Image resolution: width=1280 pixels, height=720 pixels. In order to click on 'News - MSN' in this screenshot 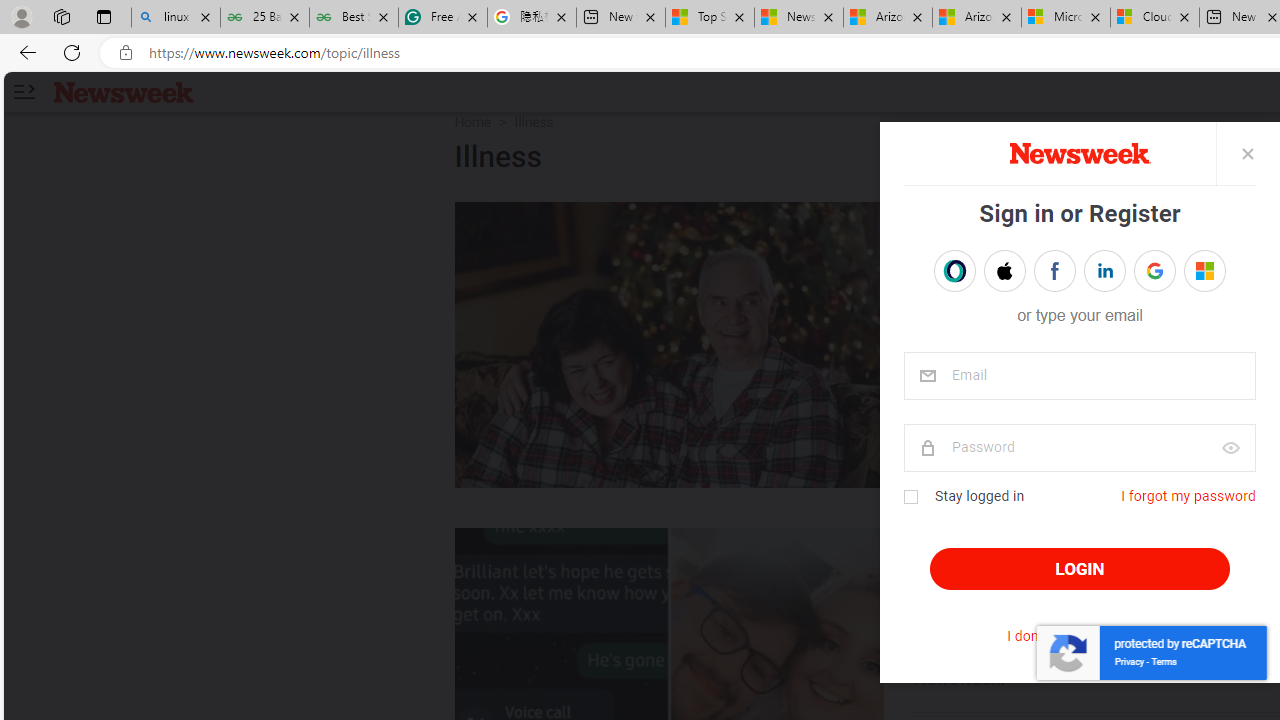, I will do `click(798, 17)`.